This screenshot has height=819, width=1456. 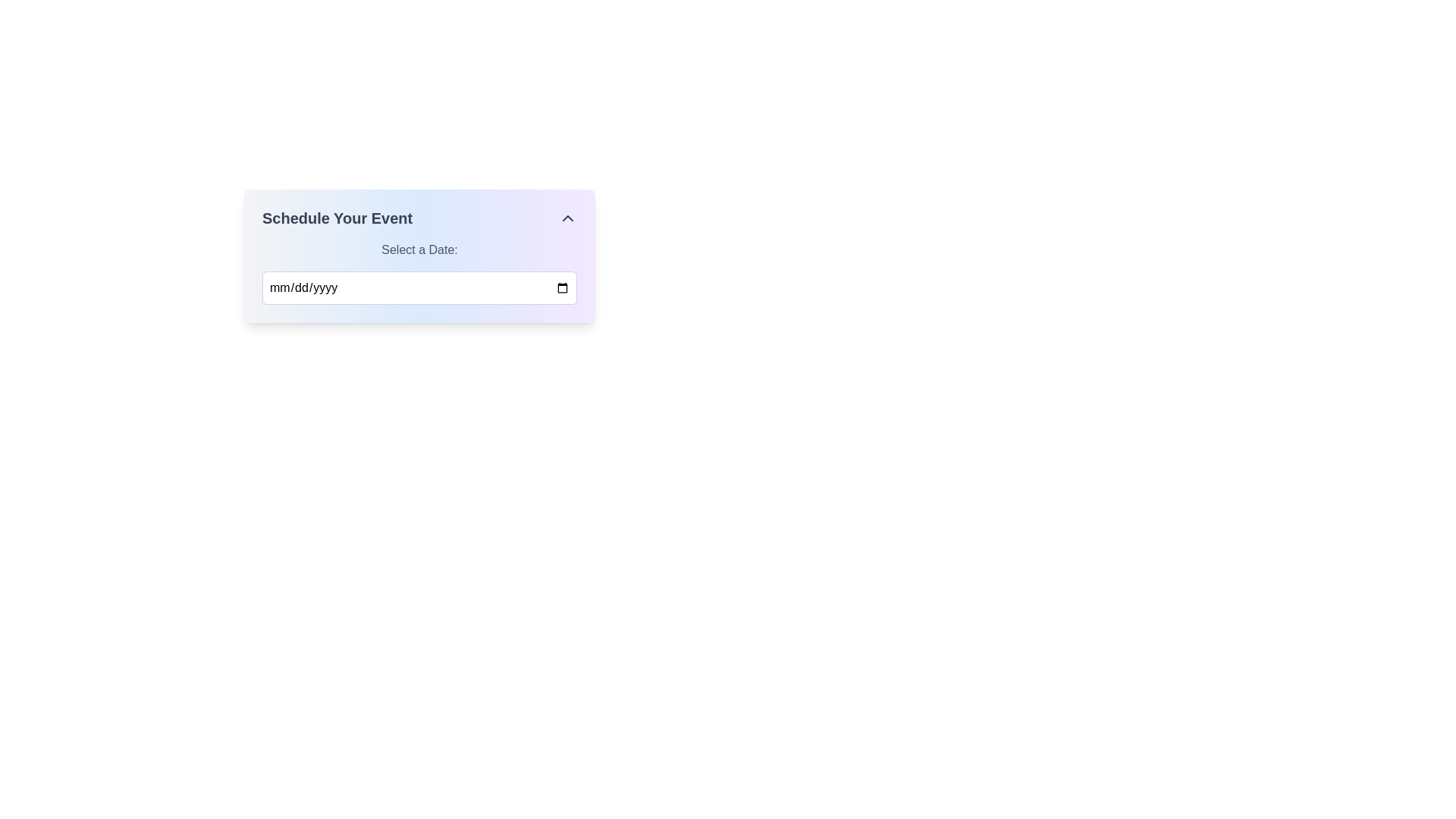 What do you see at coordinates (337, 218) in the screenshot?
I see `the text label displaying 'Schedule Your Event', which is a bold, large, dark gray header located at the top left corner of the scheduling interface` at bounding box center [337, 218].